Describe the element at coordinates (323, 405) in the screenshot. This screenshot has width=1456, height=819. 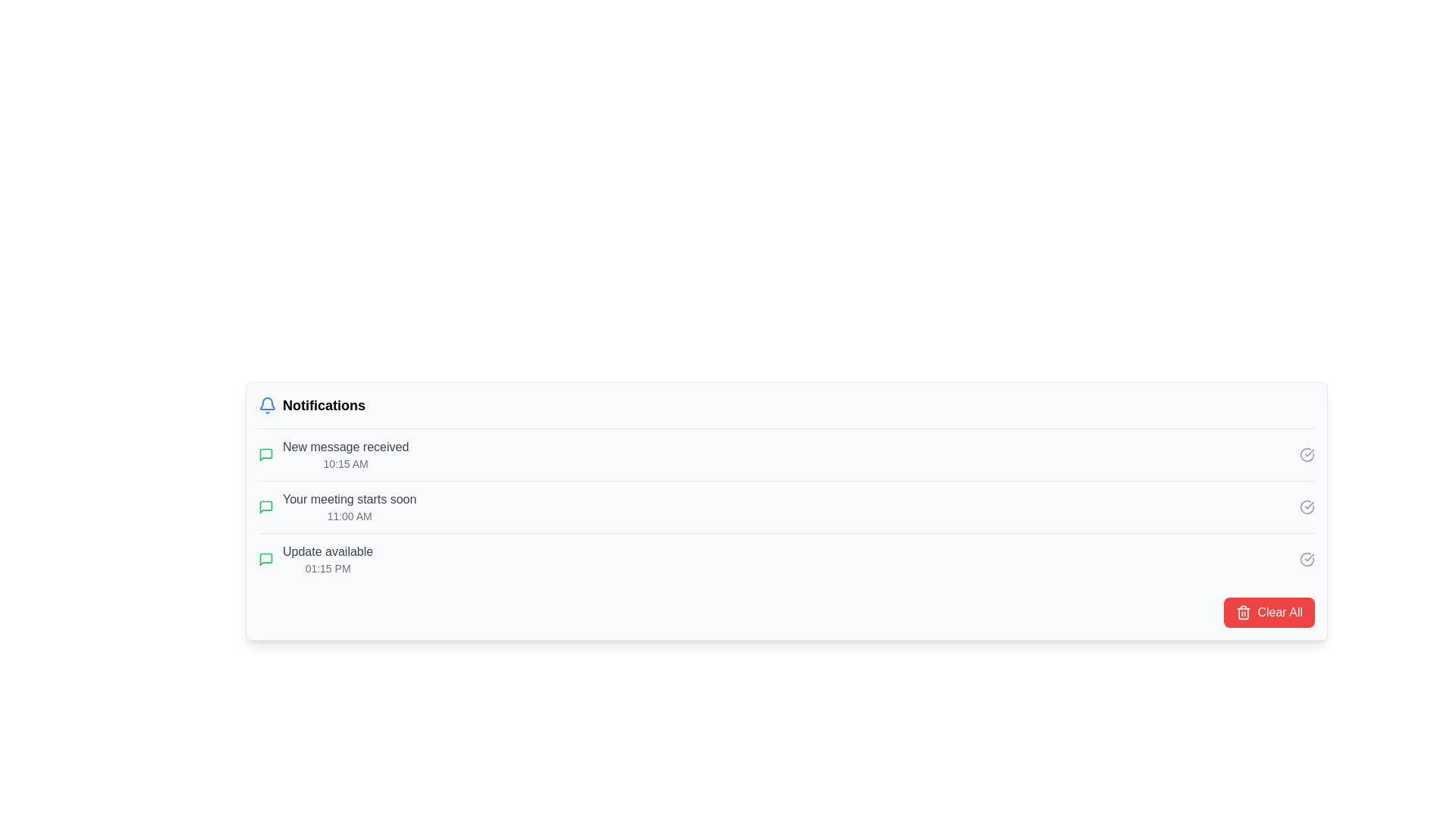
I see `text from the 'Notifications' text label, which is bold and larger than typical body text, located near the top-left of the notification panel` at that location.